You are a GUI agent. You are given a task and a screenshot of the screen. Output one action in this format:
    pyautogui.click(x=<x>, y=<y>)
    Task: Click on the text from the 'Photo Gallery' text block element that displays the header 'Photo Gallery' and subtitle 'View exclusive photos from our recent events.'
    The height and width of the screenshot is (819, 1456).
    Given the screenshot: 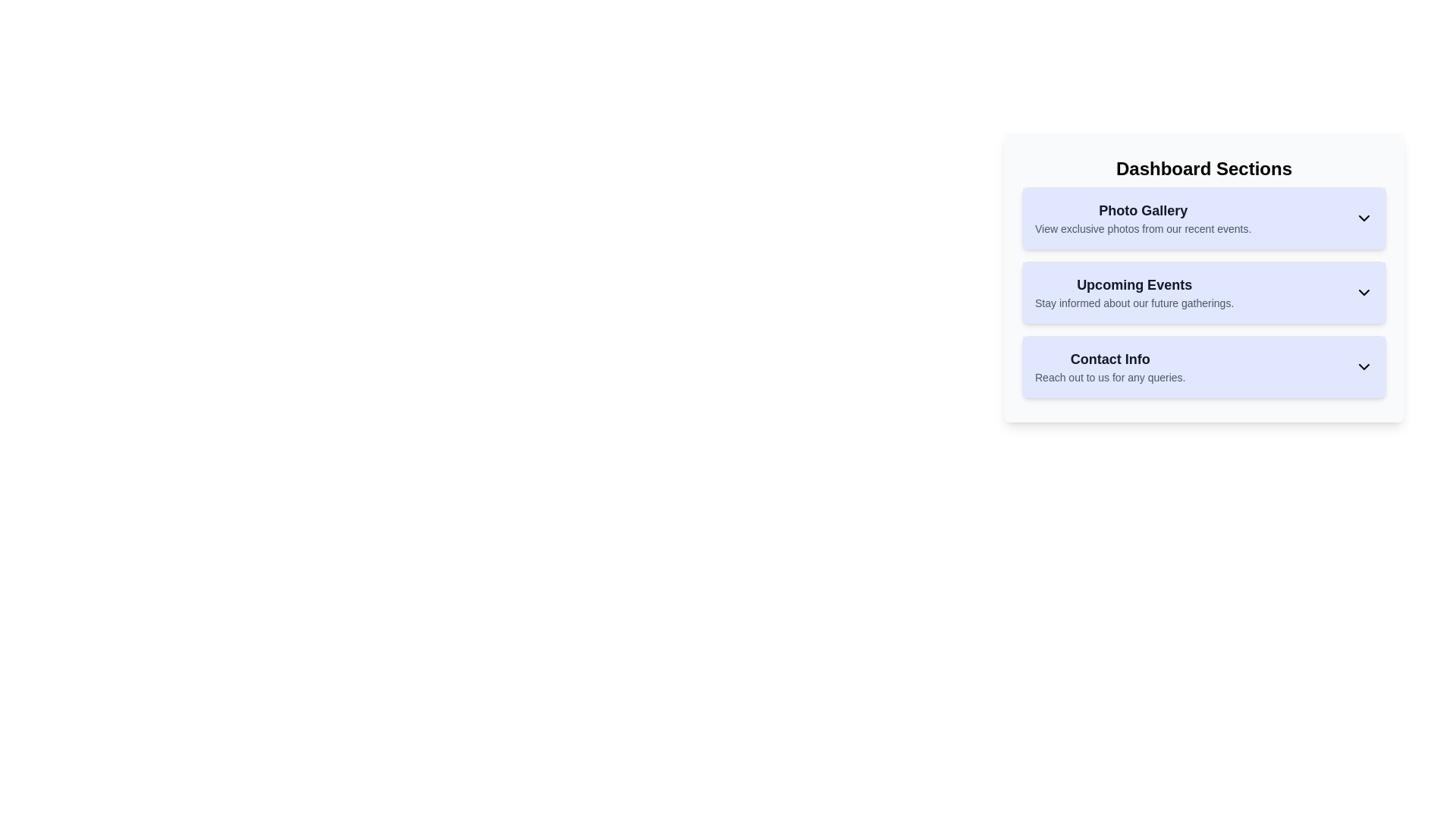 What is the action you would take?
    pyautogui.click(x=1143, y=218)
    